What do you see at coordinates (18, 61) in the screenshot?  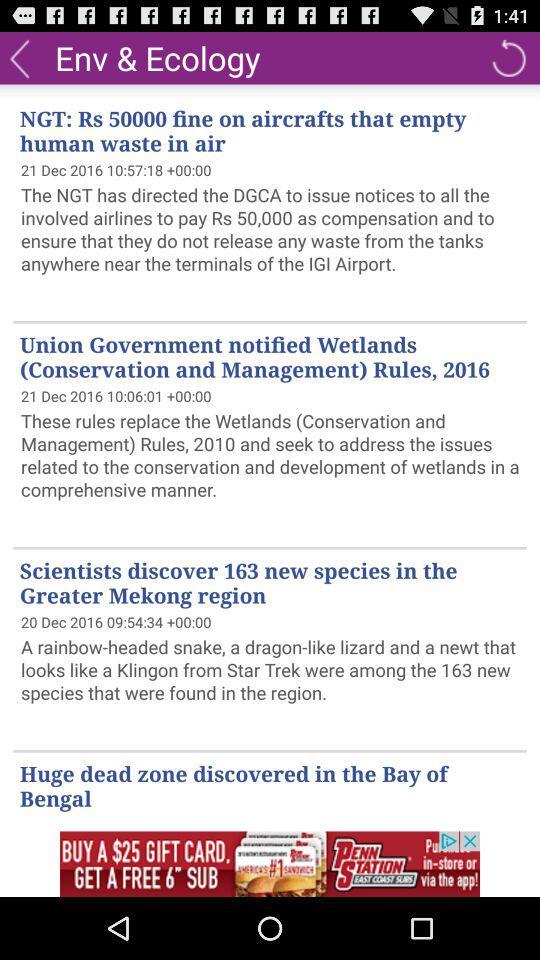 I see `the arrow_backward icon` at bounding box center [18, 61].